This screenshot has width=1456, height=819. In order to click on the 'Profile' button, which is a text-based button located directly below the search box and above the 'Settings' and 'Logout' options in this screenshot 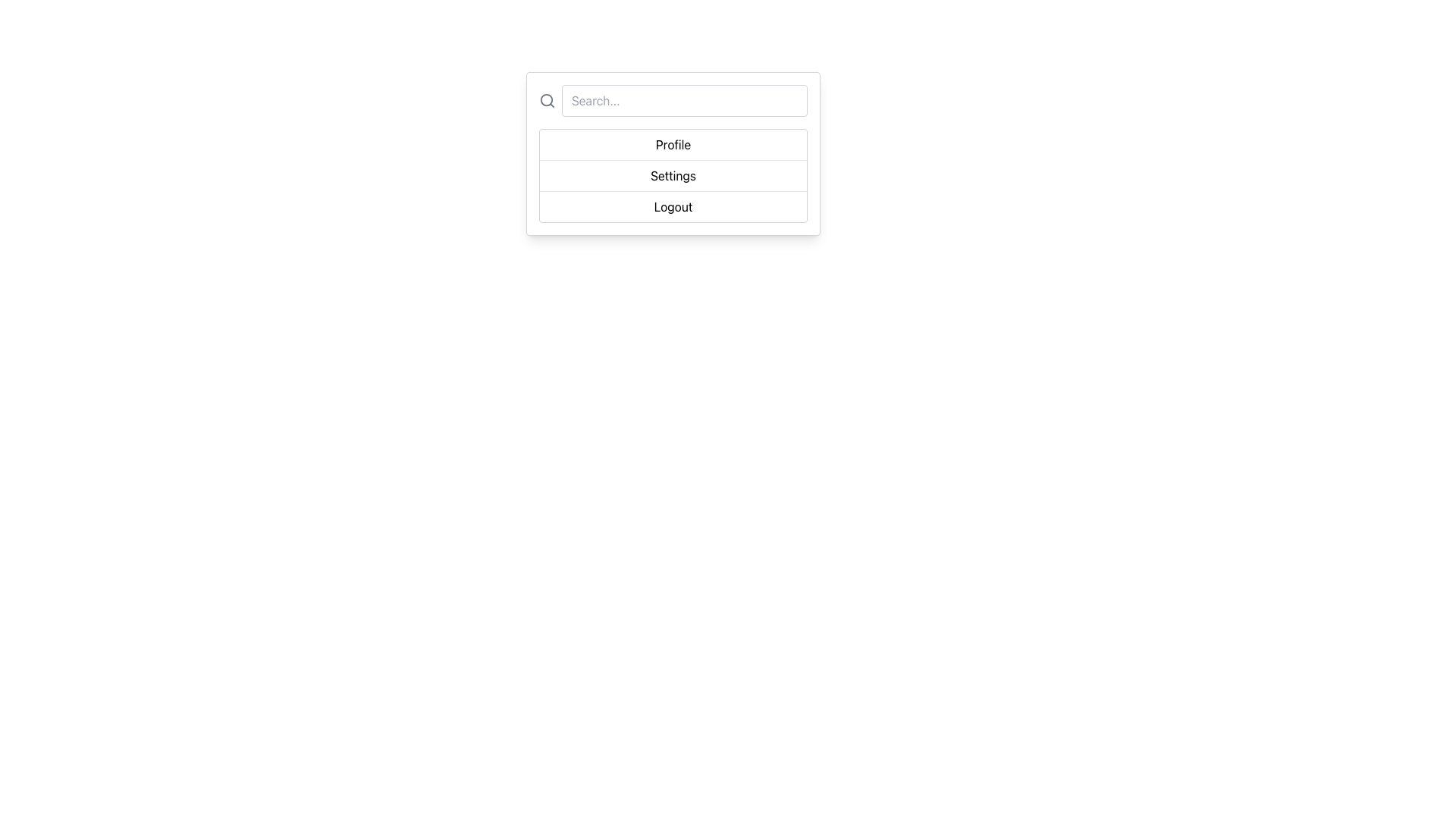, I will do `click(673, 145)`.